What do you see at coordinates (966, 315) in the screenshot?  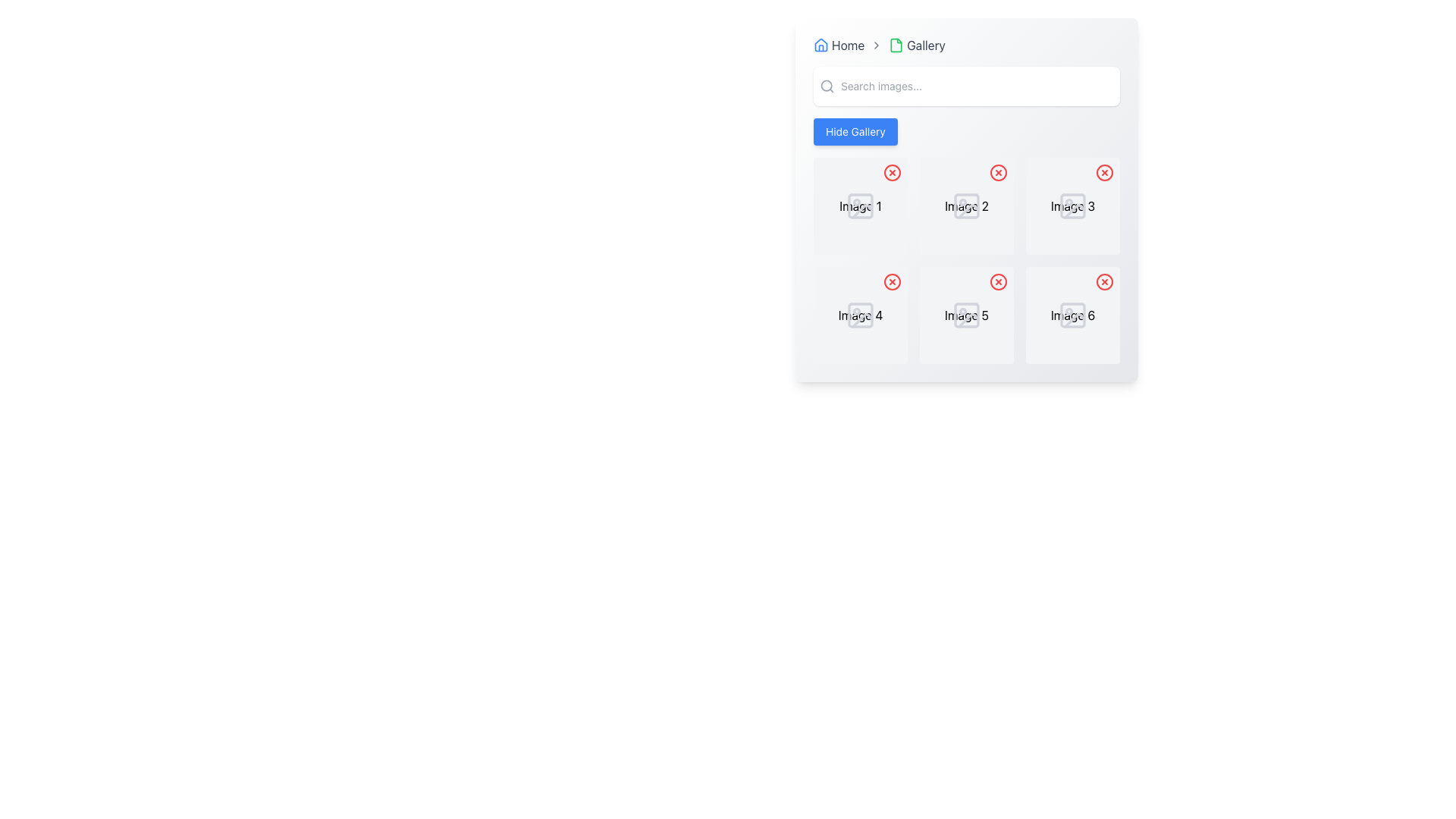 I see `the decorative graphic element representing part of an icon in the fifth slot of the image gallery grid located in the second row, first column` at bounding box center [966, 315].